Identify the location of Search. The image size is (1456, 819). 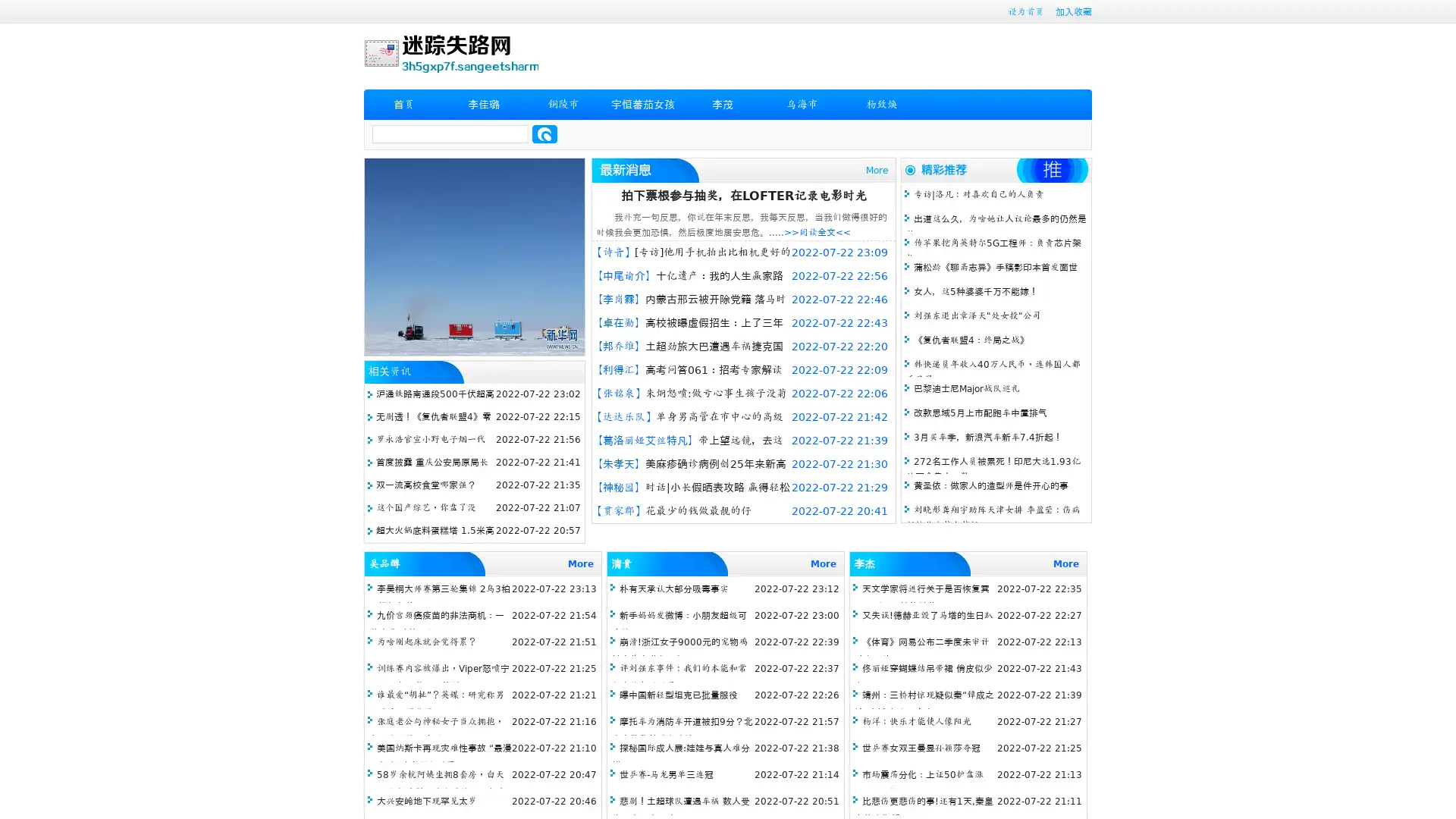
(544, 133).